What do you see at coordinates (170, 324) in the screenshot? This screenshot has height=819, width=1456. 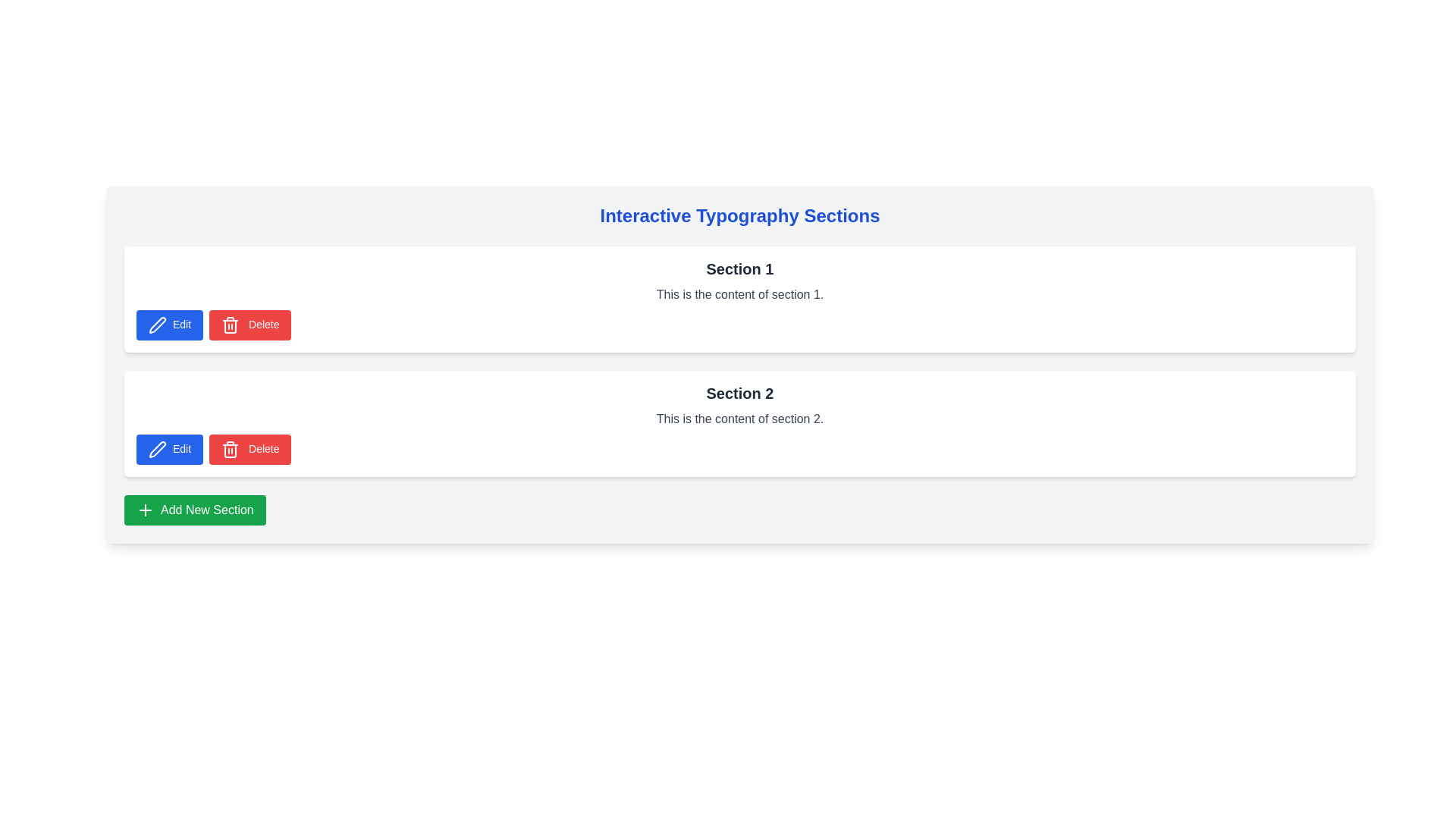 I see `the first button in the row under 'Interactive Typography Sections' to observe its hover effect` at bounding box center [170, 324].